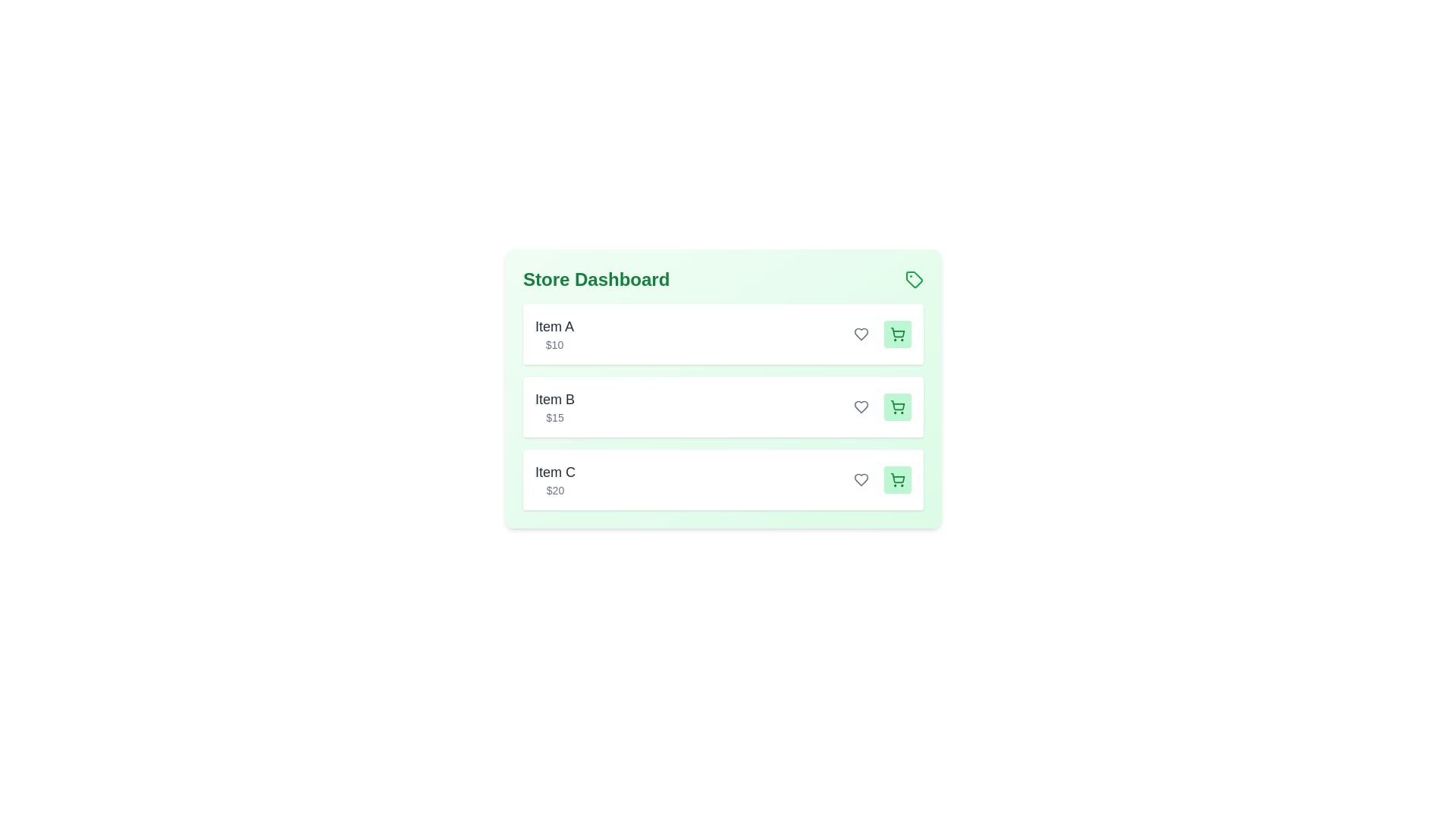  Describe the element at coordinates (898, 333) in the screenshot. I see `the shopping cart icon with a green outline at the right end of the row for 'Item A'` at that location.